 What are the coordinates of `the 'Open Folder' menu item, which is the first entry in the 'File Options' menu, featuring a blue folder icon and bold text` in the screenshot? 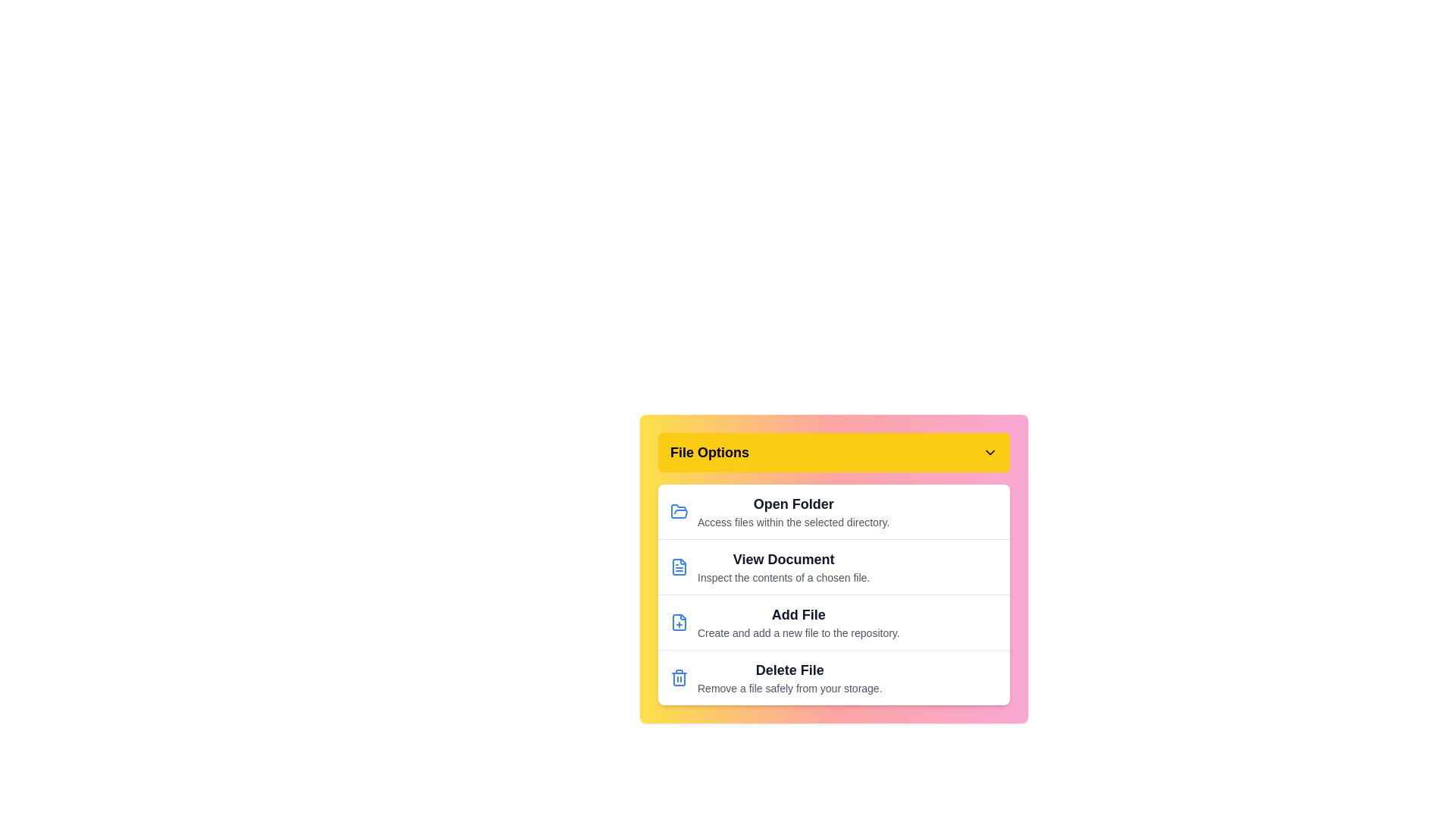 It's located at (833, 512).